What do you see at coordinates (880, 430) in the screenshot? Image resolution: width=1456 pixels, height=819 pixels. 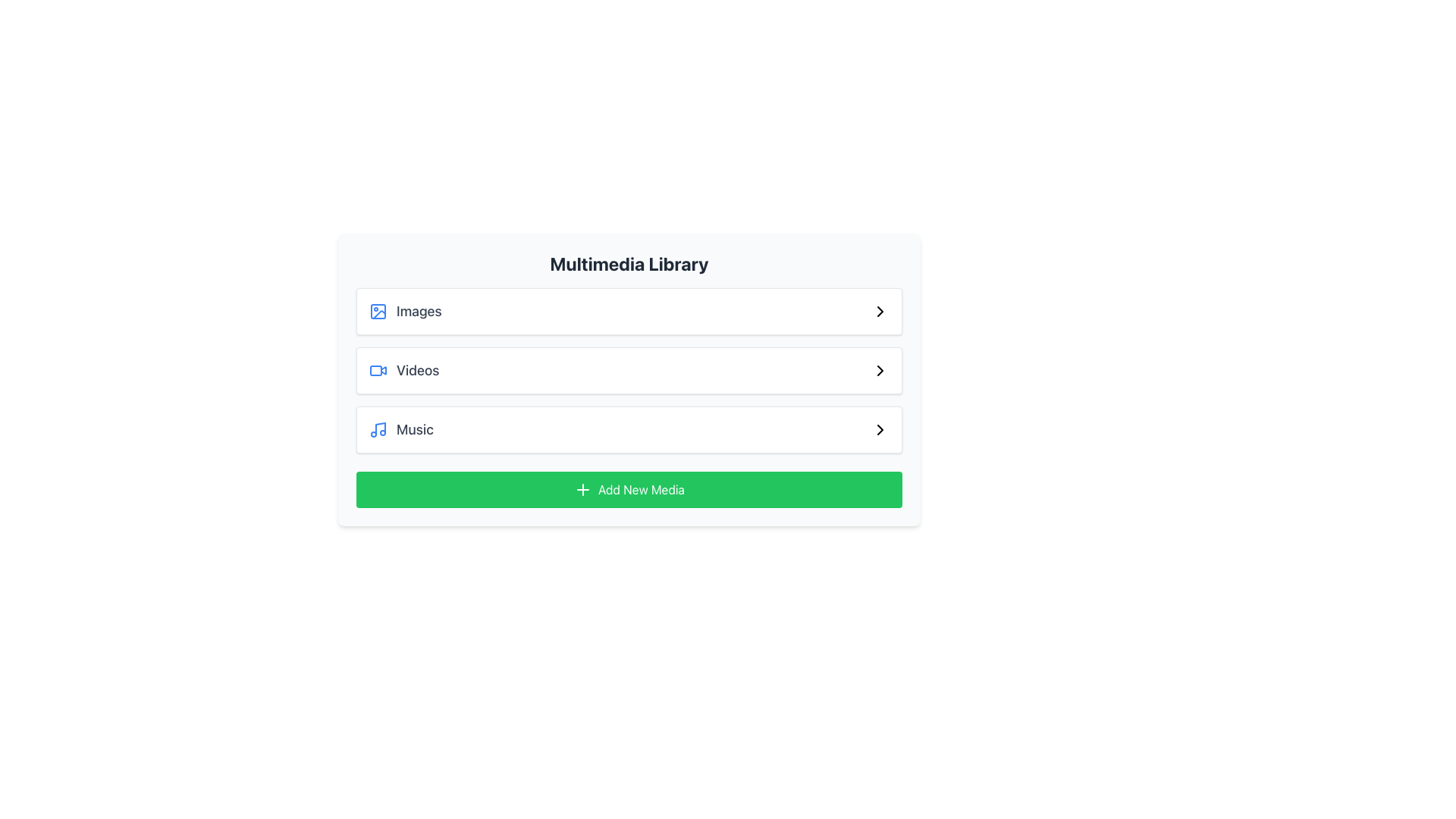 I see `the chevron icon on the far right side of the Music row in the Multimedia Library card layout` at bounding box center [880, 430].